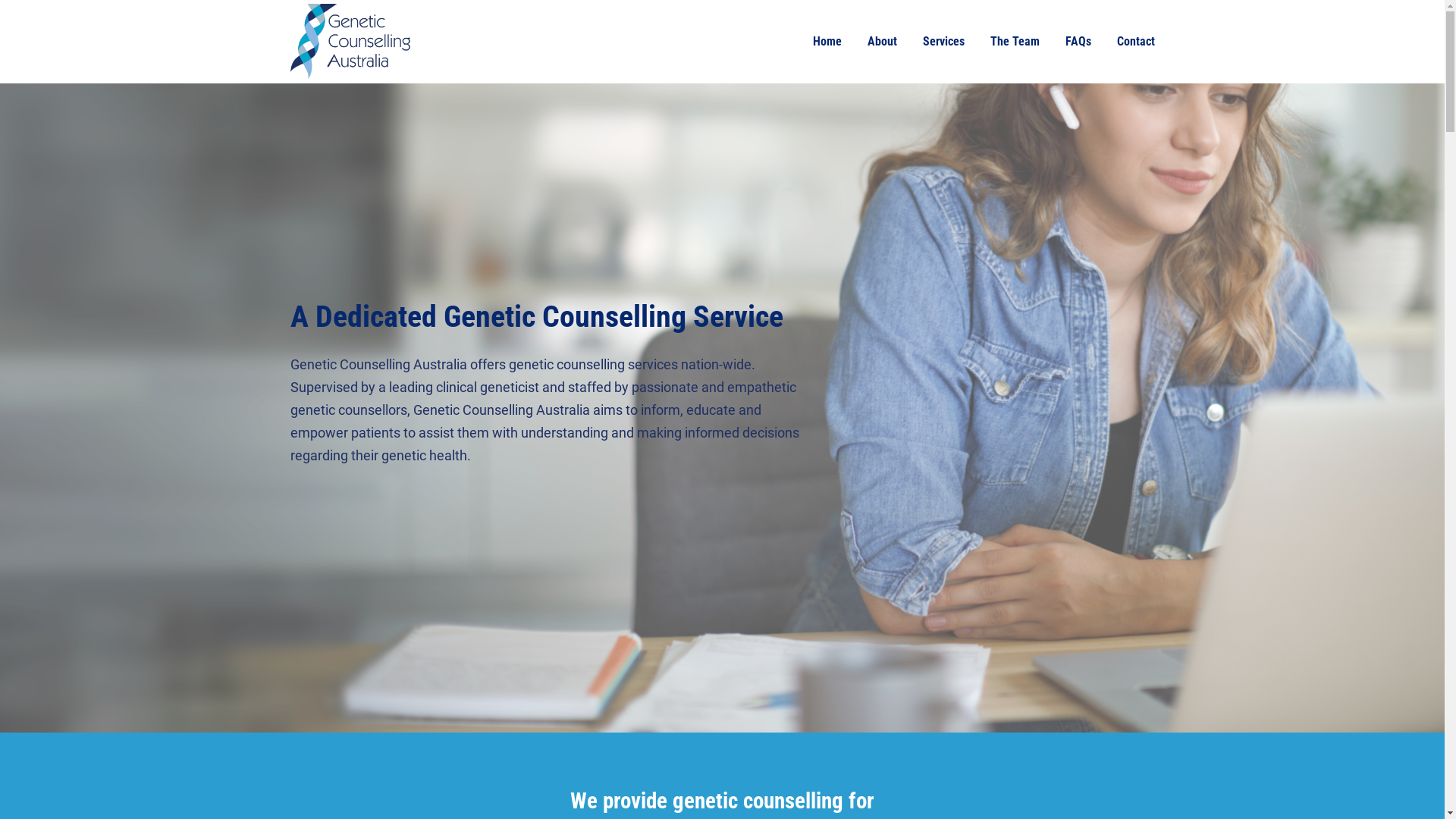 The height and width of the screenshot is (819, 1456). Describe the element at coordinates (826, 40) in the screenshot. I see `'Home'` at that location.